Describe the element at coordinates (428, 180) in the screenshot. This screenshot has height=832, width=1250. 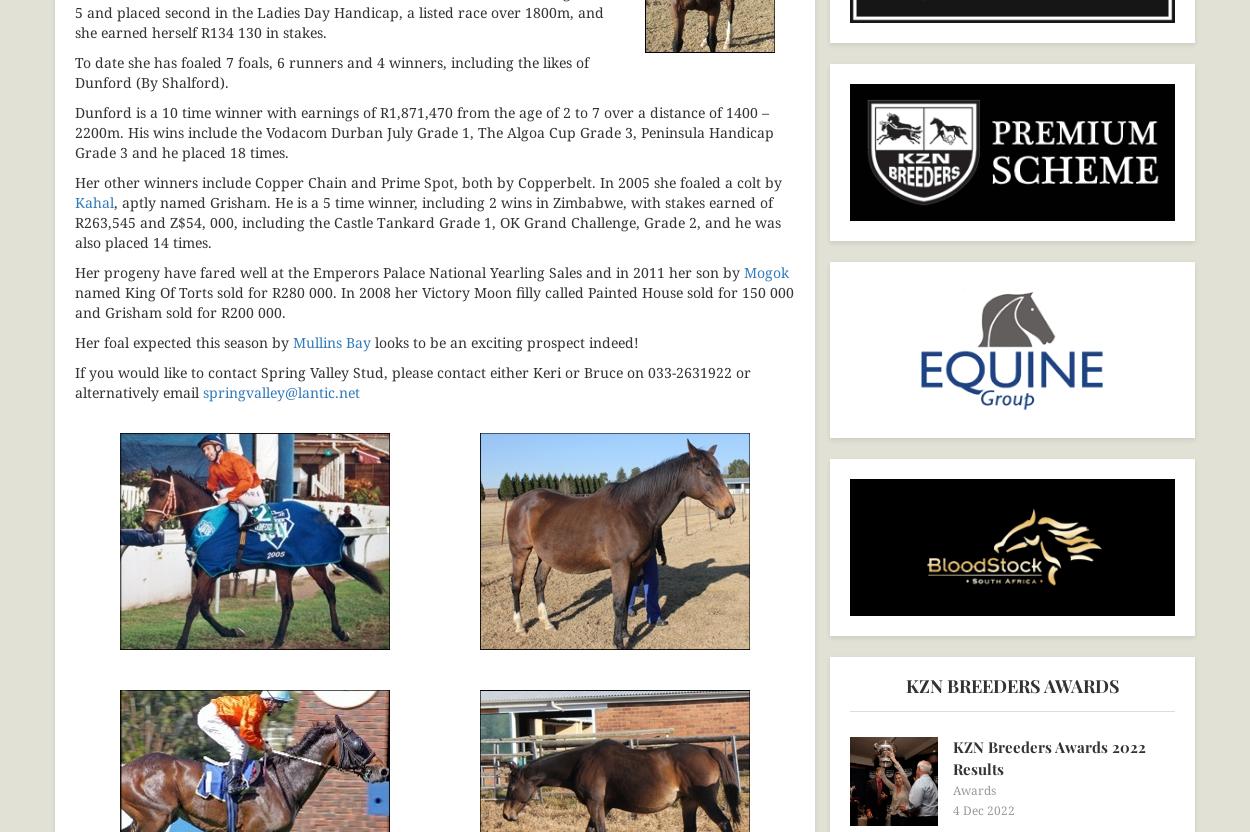
I see `'Her other winners include Copper Chain and Prime Spot, both by Copperbelt. In 2005 she foaled a colt by'` at that location.